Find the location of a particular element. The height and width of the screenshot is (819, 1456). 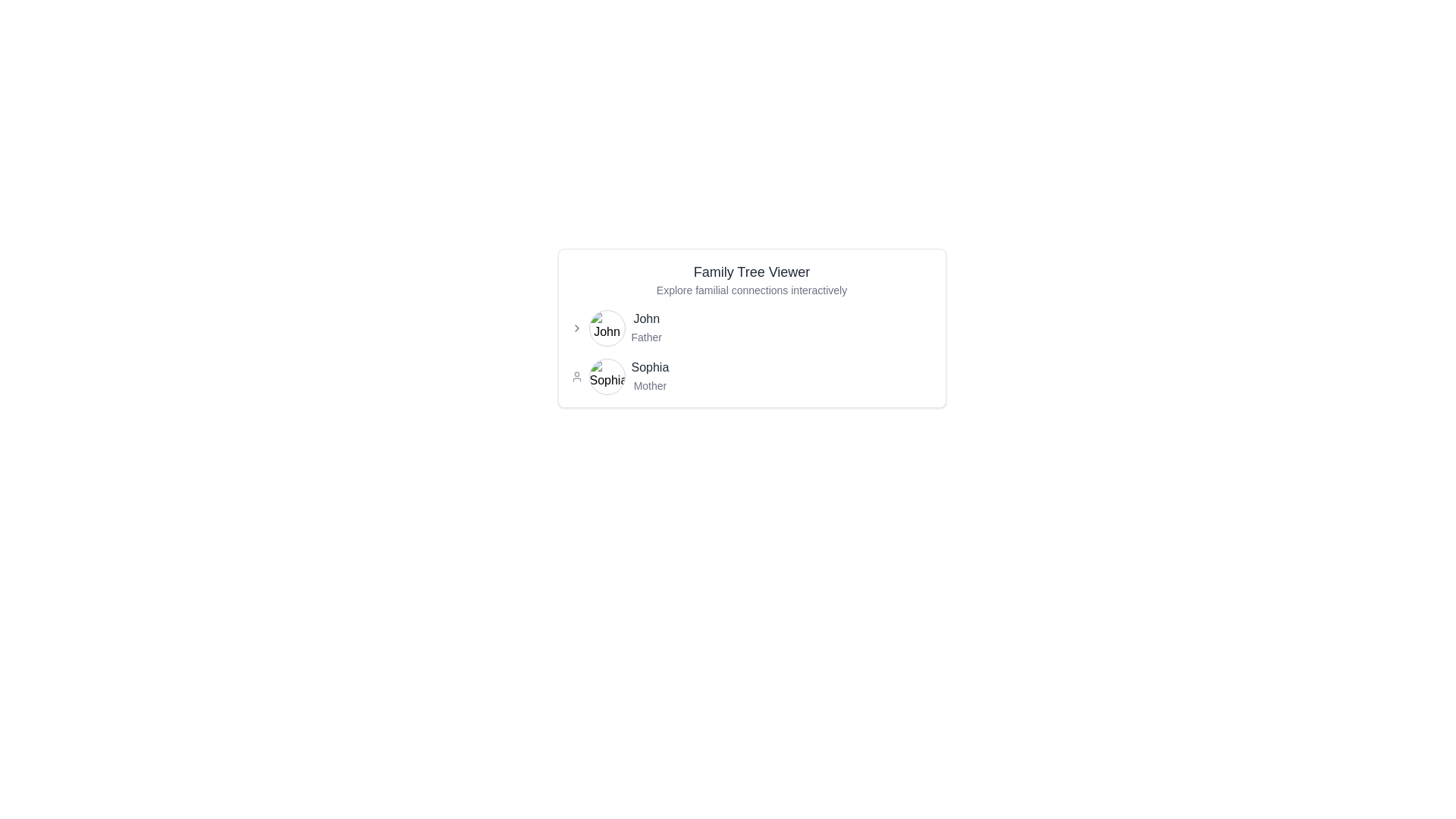

the text label displaying 'Sophia' associated with the 'Mother' entry in the family tree viewer is located at coordinates (650, 367).